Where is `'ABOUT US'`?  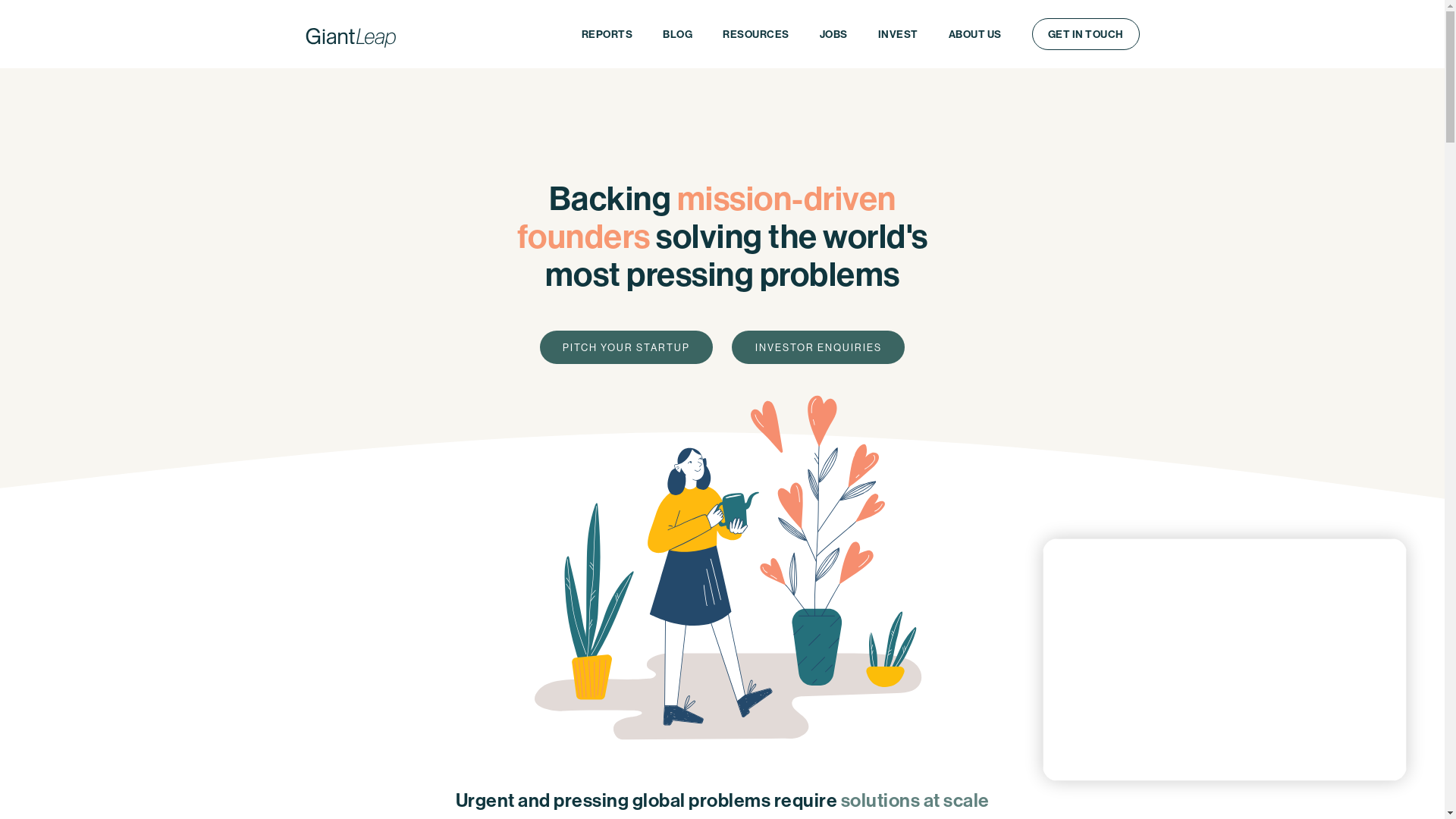
'ABOUT US' is located at coordinates (974, 34).